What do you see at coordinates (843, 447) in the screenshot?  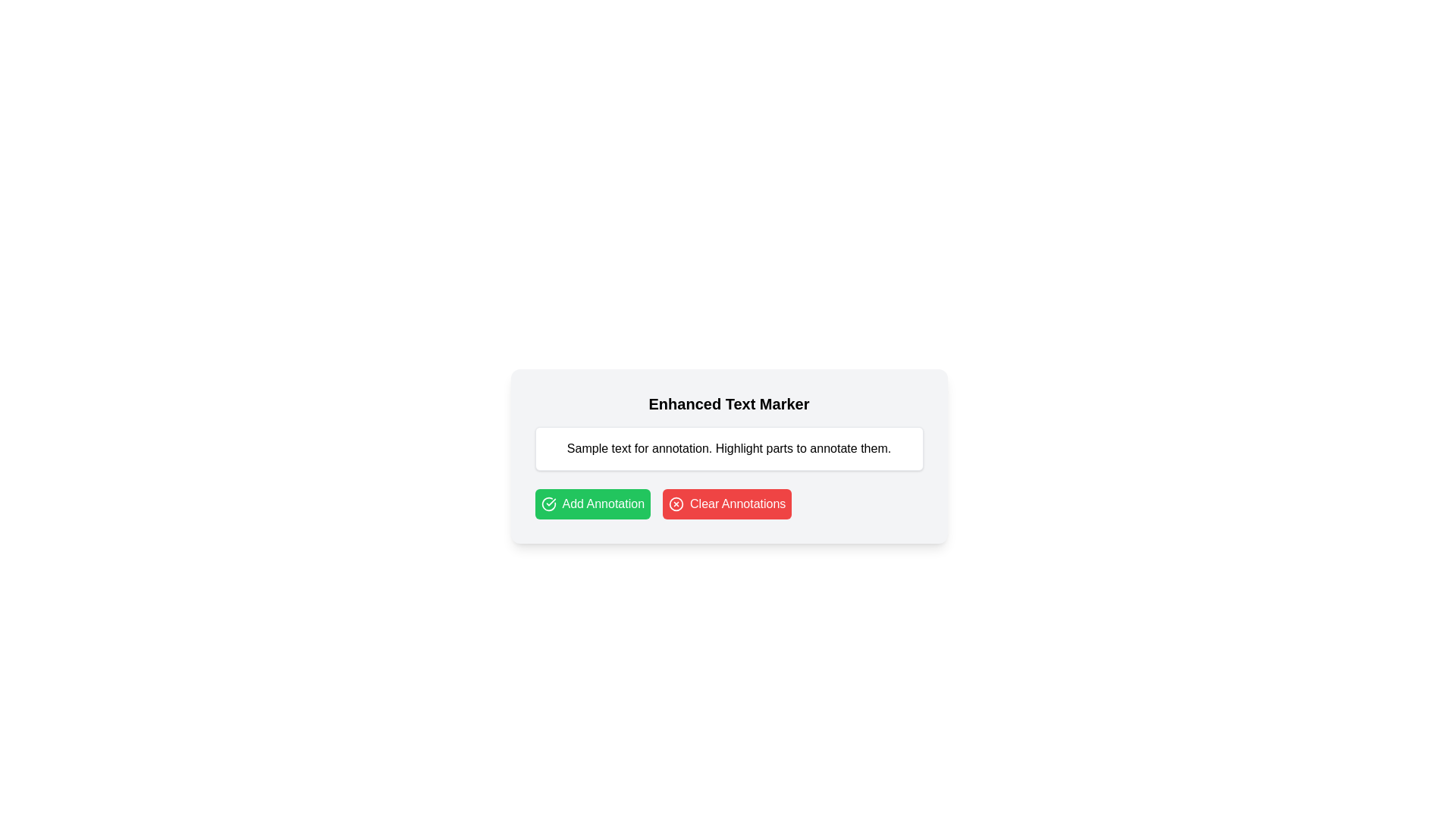 I see `letter 'a' in the word 'annotate' for text extraction, which is part of the text 'Sample text for annotation. Highlight parts to annotate them.'` at bounding box center [843, 447].